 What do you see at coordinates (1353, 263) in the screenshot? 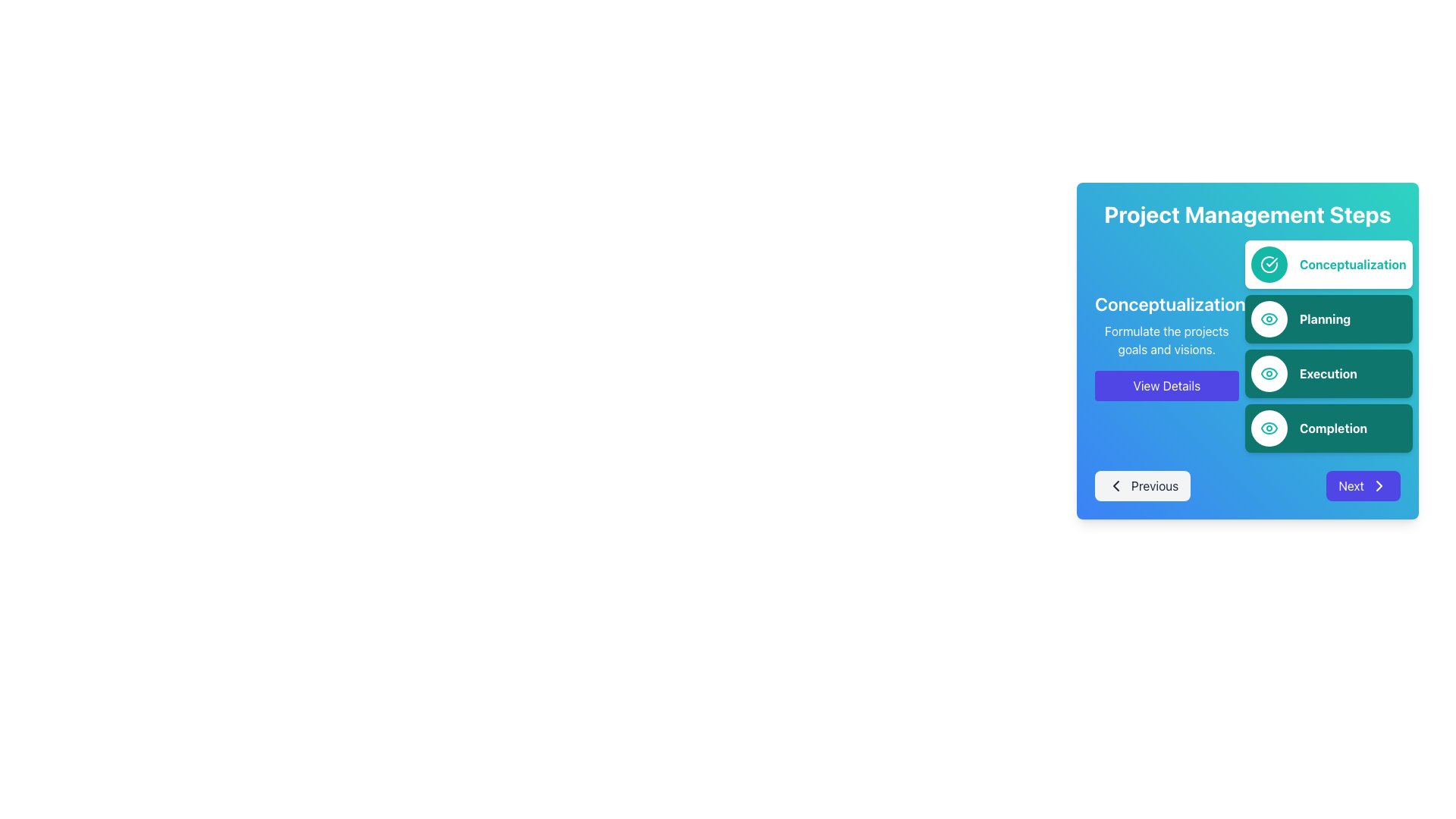
I see `the bold text label 'Conceptualization' which is styled in teal and positioned next to a circular check mark icon` at bounding box center [1353, 263].